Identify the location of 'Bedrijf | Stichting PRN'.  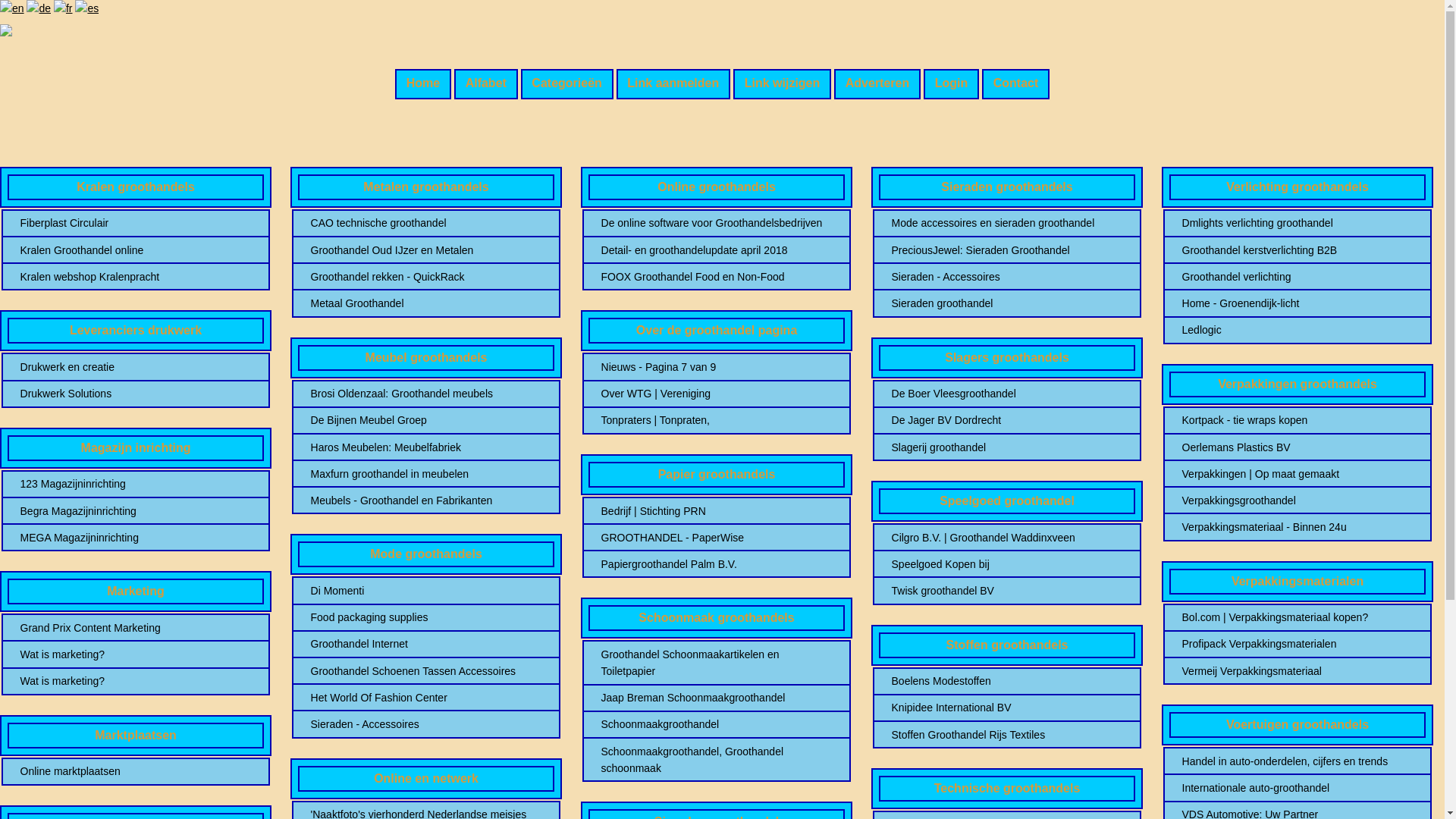
(716, 511).